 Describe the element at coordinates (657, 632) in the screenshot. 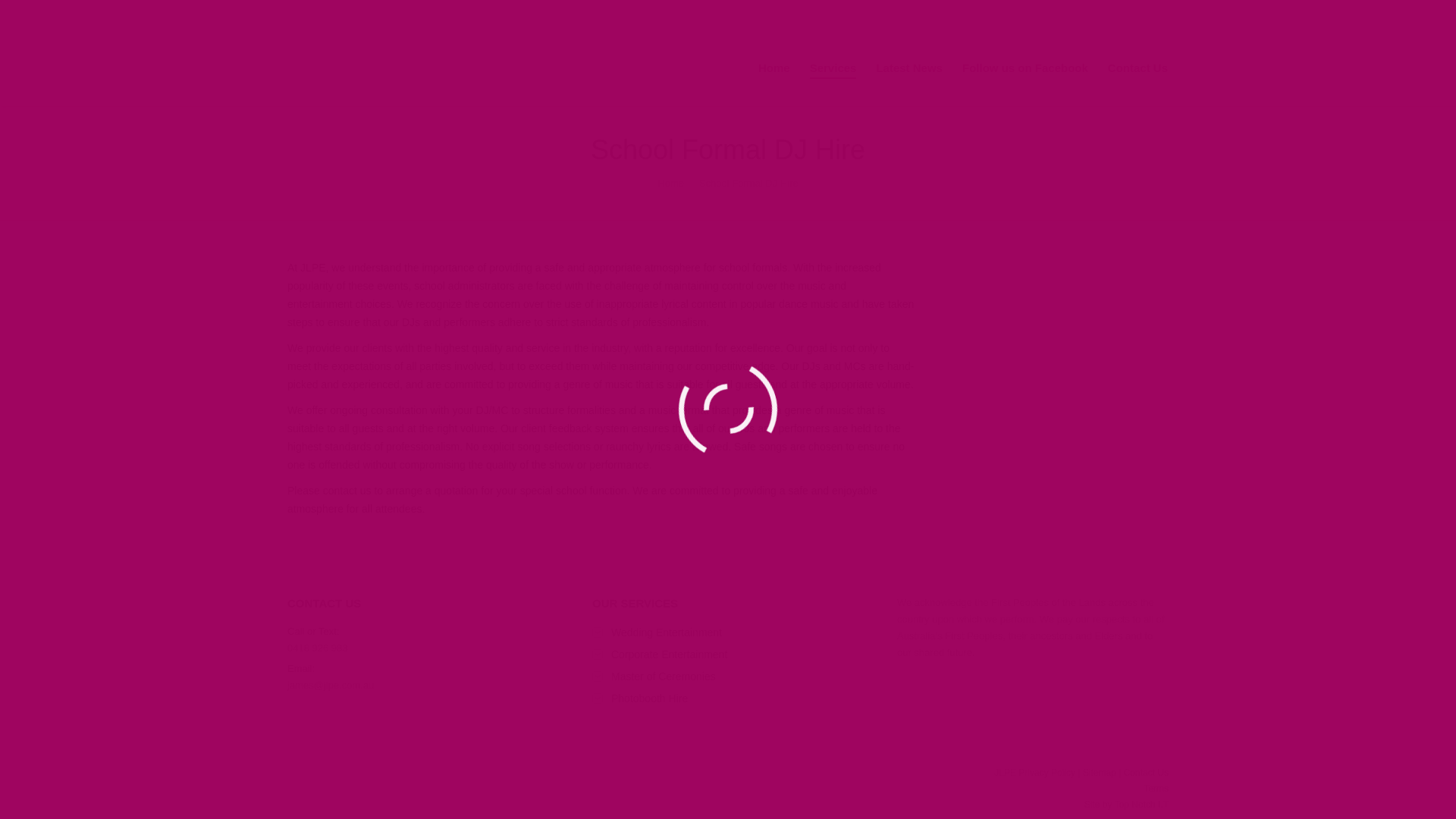

I see `'Wedding Entertainment'` at that location.